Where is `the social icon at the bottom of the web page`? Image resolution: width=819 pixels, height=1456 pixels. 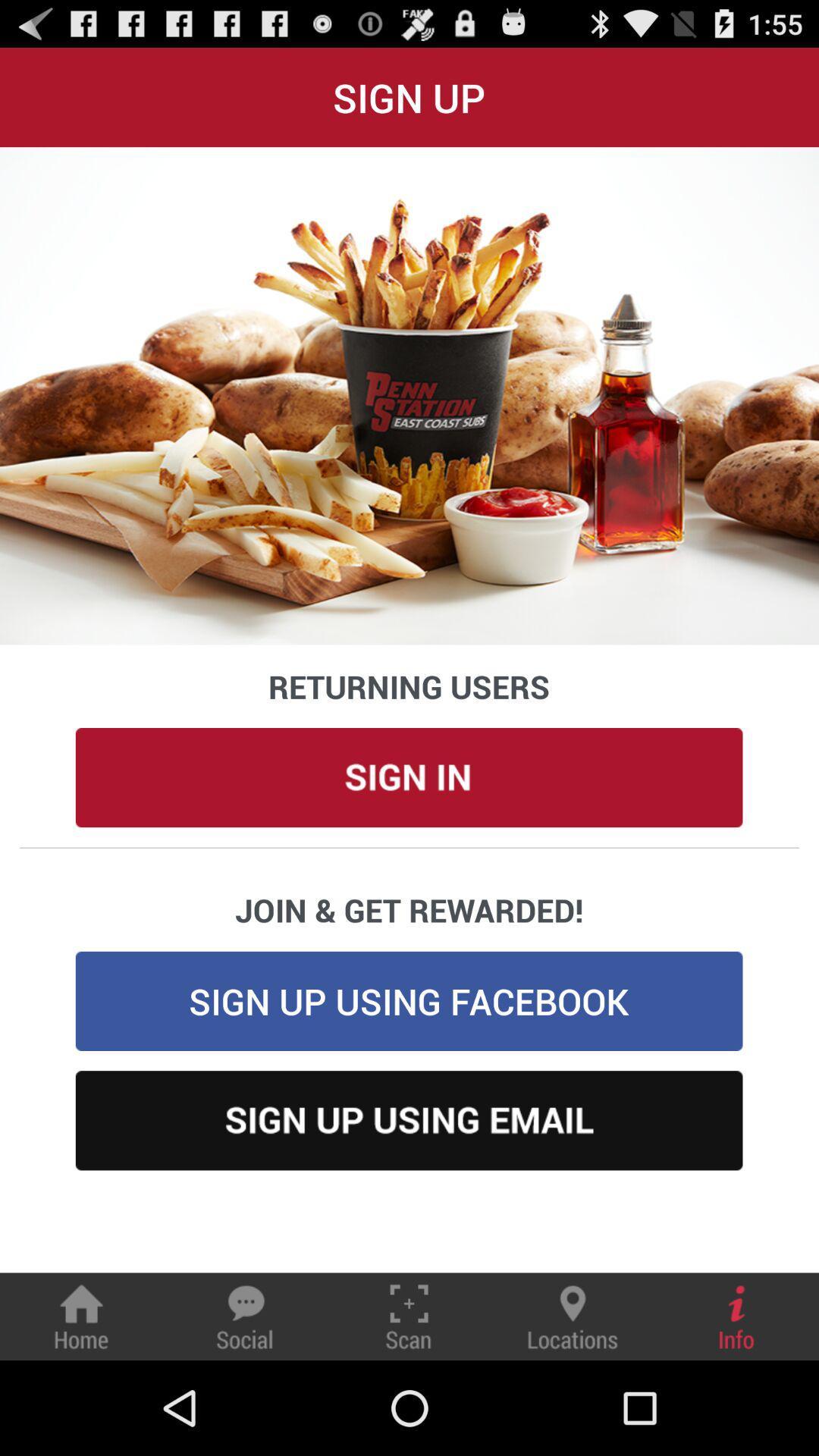 the social icon at the bottom of the web page is located at coordinates (244, 1316).